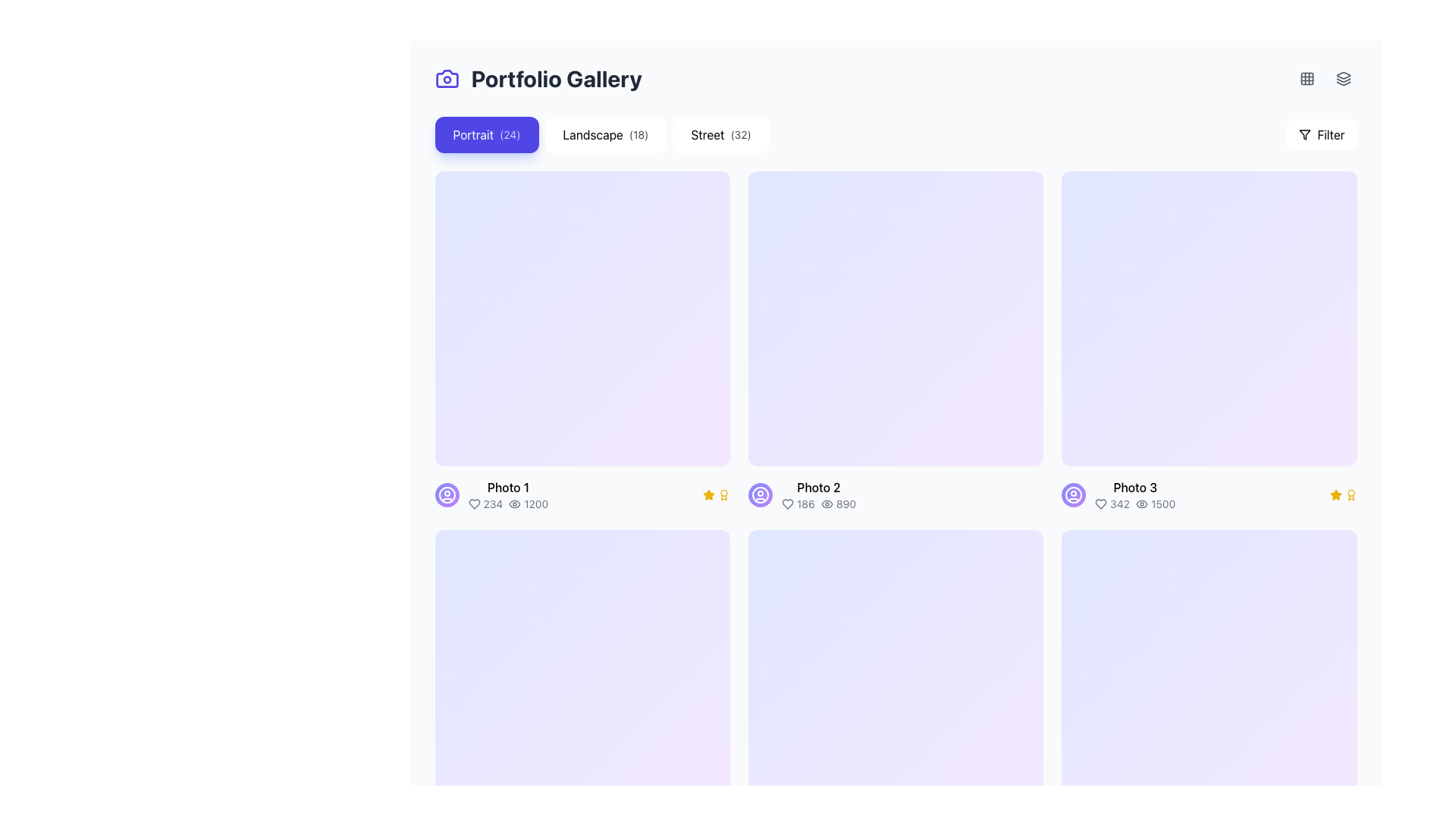 The width and height of the screenshot is (1456, 819). Describe the element at coordinates (508, 495) in the screenshot. I see `the information panel text for the first photo in the gallery to trigger additional effects` at that location.